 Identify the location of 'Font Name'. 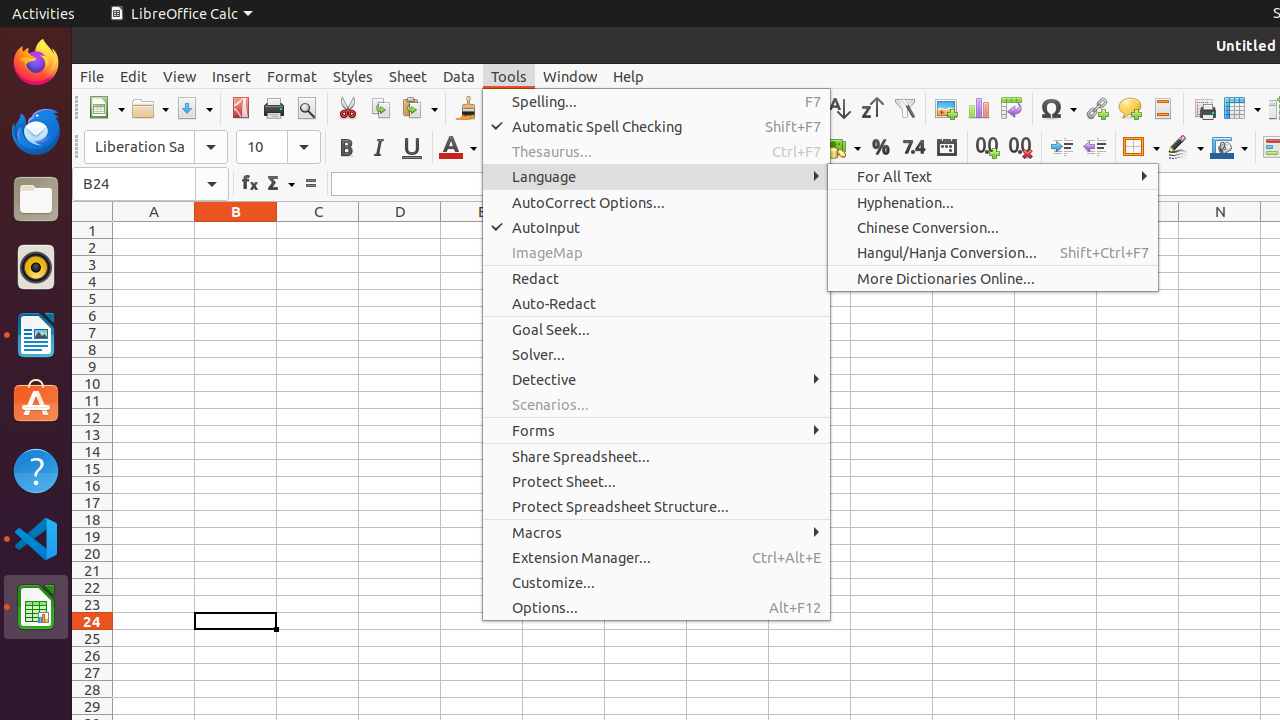
(155, 146).